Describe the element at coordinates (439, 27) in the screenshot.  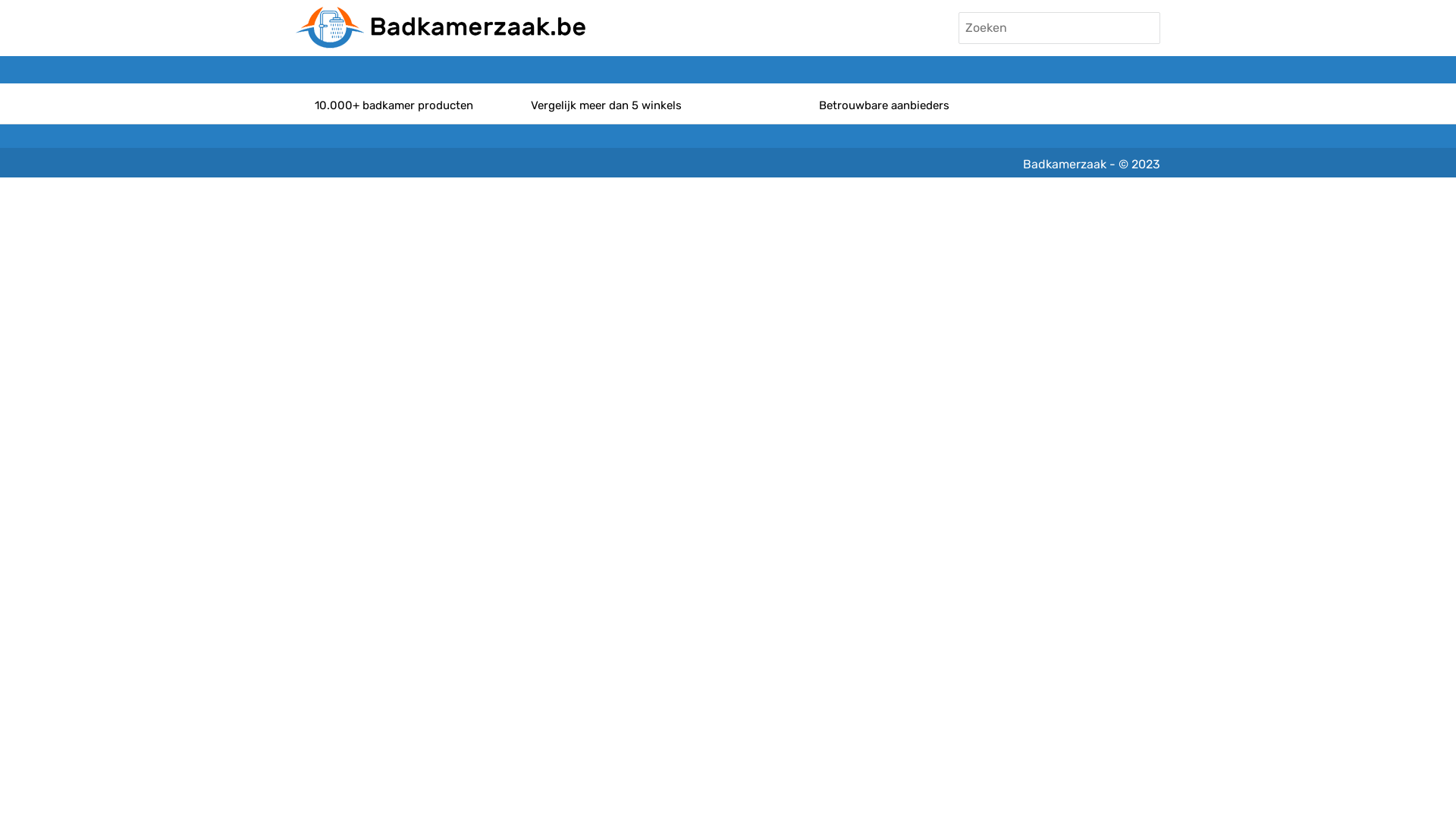
I see `'Badkamerzaak'` at that location.